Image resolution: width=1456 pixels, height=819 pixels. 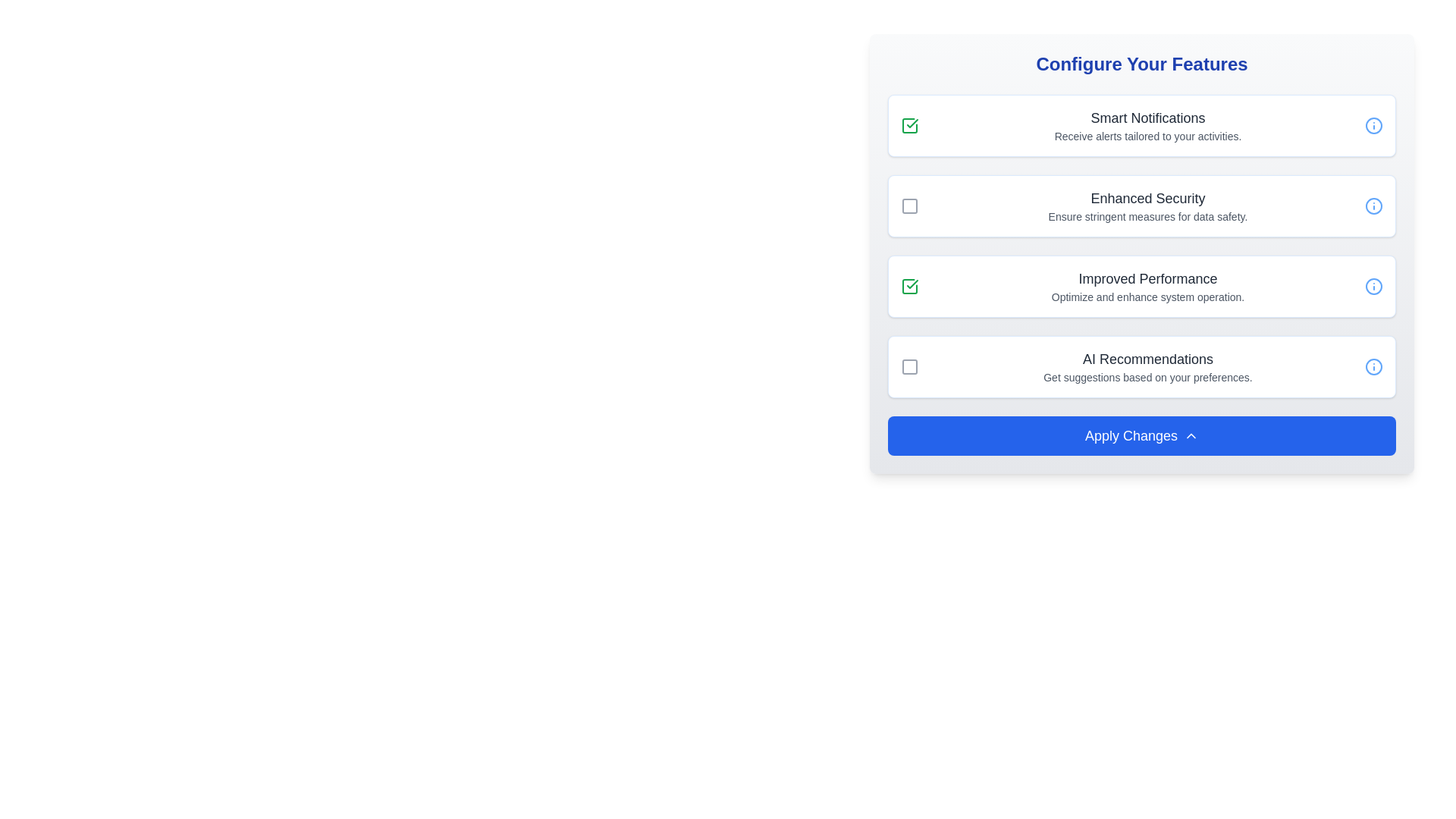 I want to click on the Square indicator styled as a light gray rectangle with rounded edges, located in the bottom row of the vertical list under 'AI Recommendations', so click(x=910, y=366).